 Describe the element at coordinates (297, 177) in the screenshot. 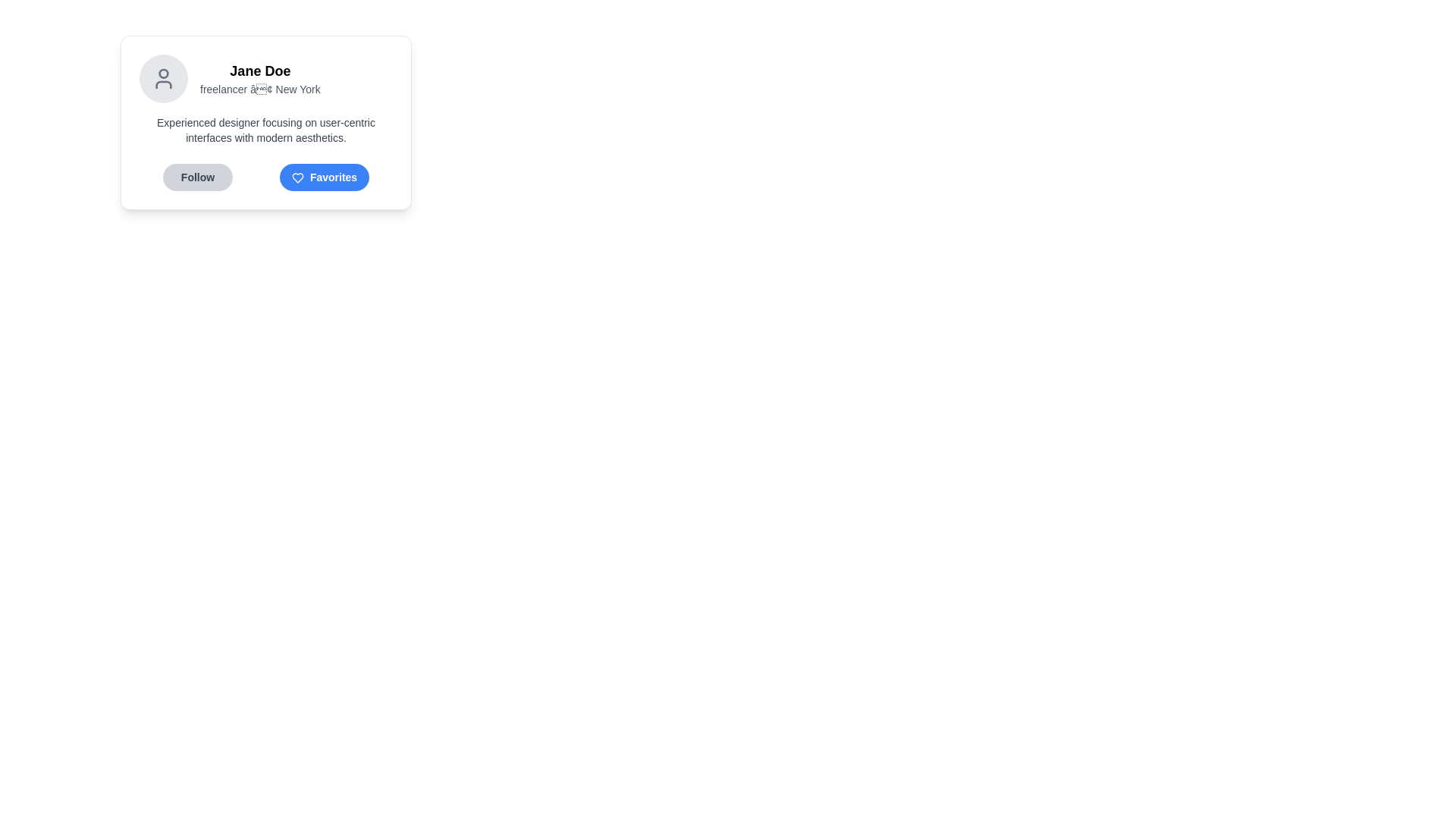

I see `the heart icon associated with the 'Favorites' button, which indicates the option to add items to favorites` at that location.